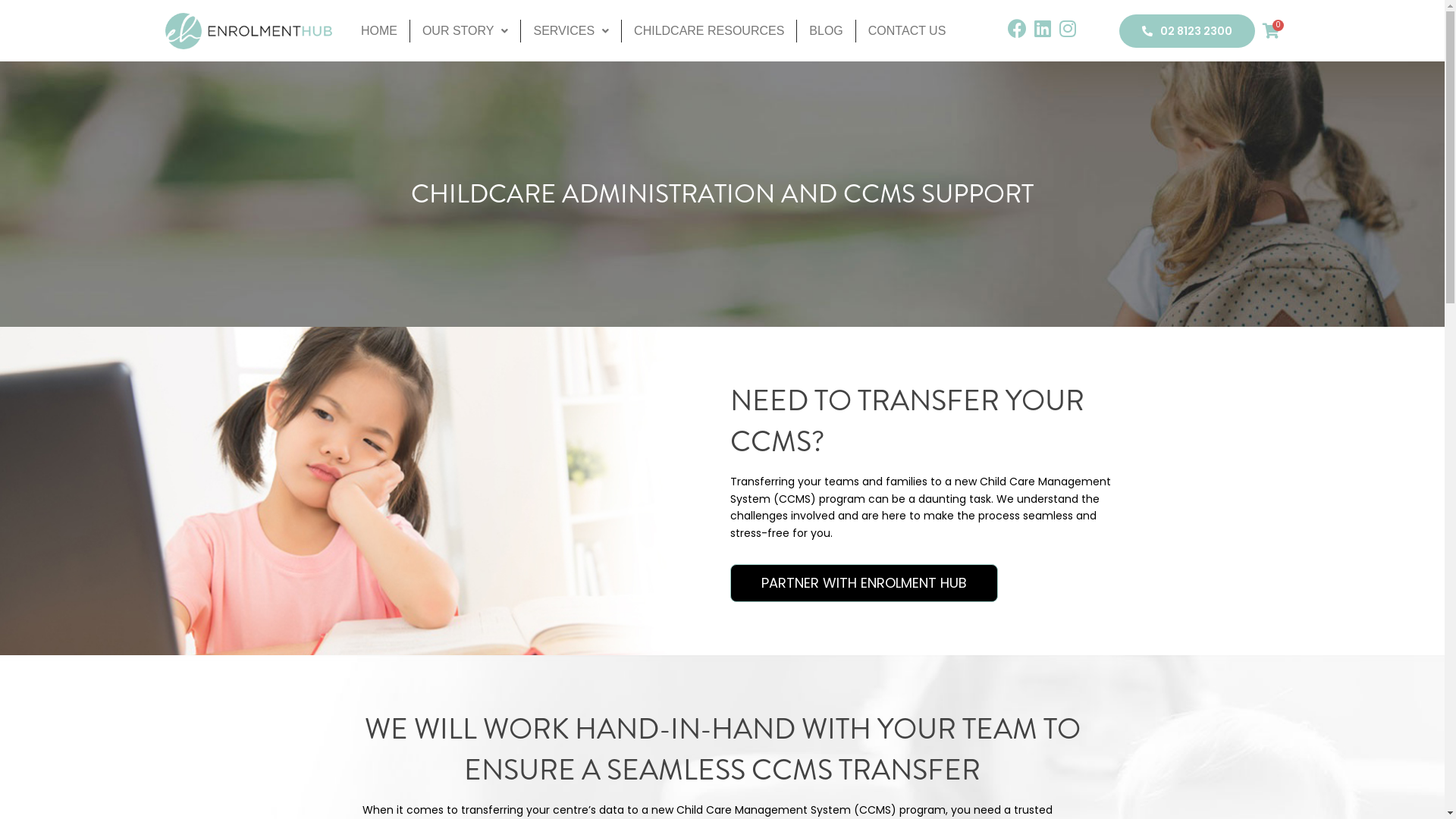 This screenshot has height=819, width=1456. Describe the element at coordinates (465, 31) in the screenshot. I see `'OUR STORY'` at that location.